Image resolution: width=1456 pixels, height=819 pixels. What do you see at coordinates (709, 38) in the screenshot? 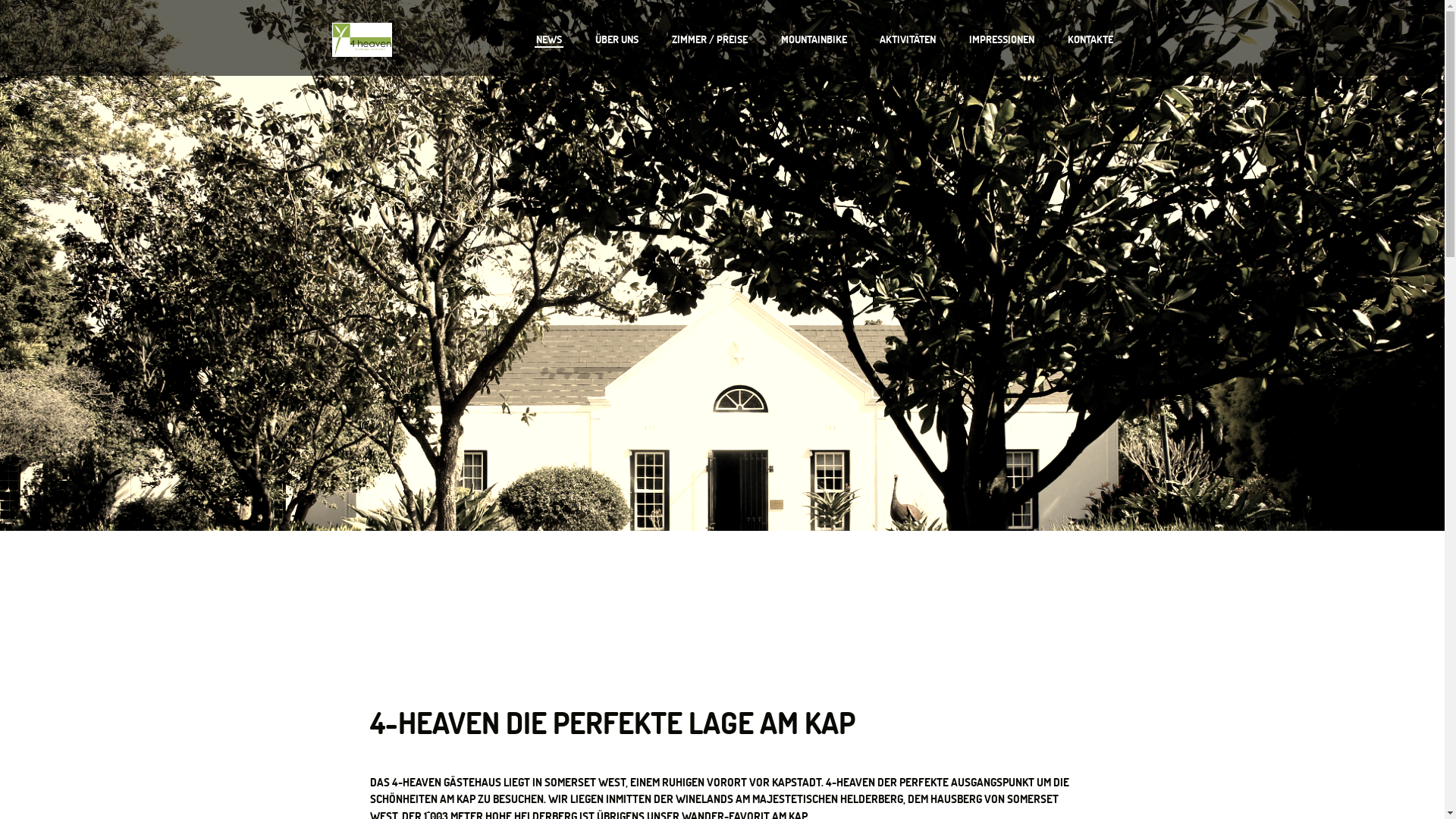
I see `'ZIMMER / PREISE'` at bounding box center [709, 38].